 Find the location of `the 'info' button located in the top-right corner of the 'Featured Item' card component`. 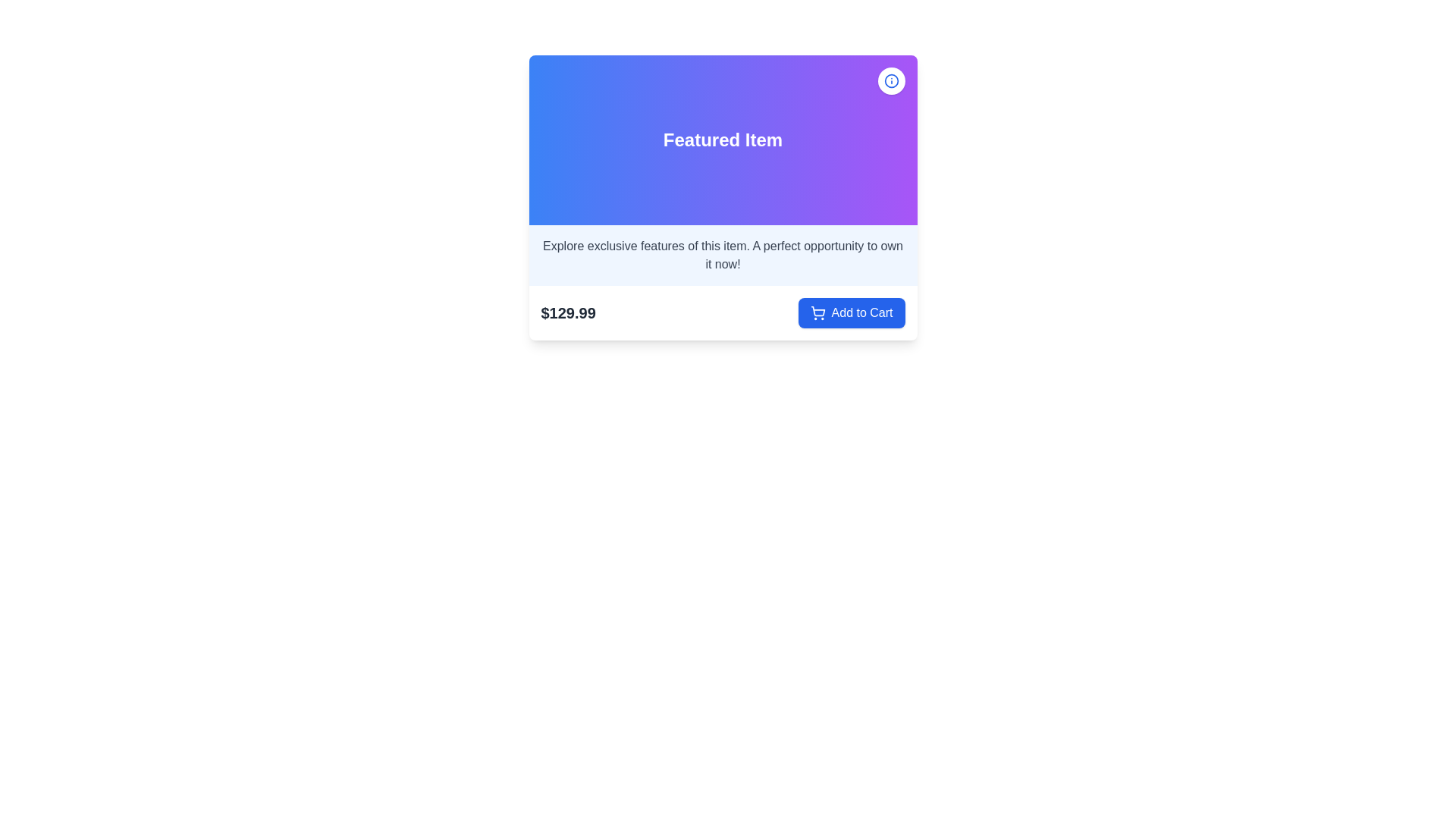

the 'info' button located in the top-right corner of the 'Featured Item' card component is located at coordinates (891, 81).